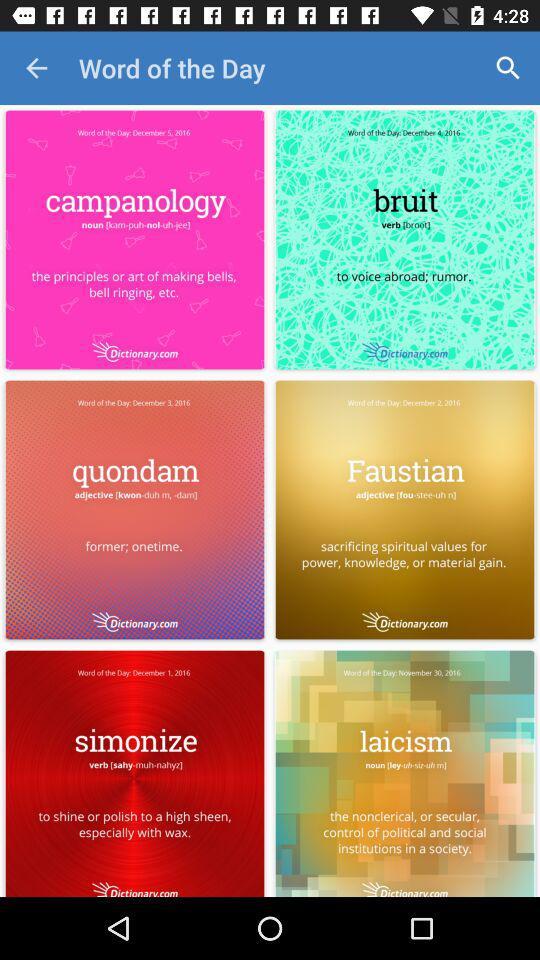  What do you see at coordinates (36, 68) in the screenshot?
I see `icon to the left of the word of the` at bounding box center [36, 68].